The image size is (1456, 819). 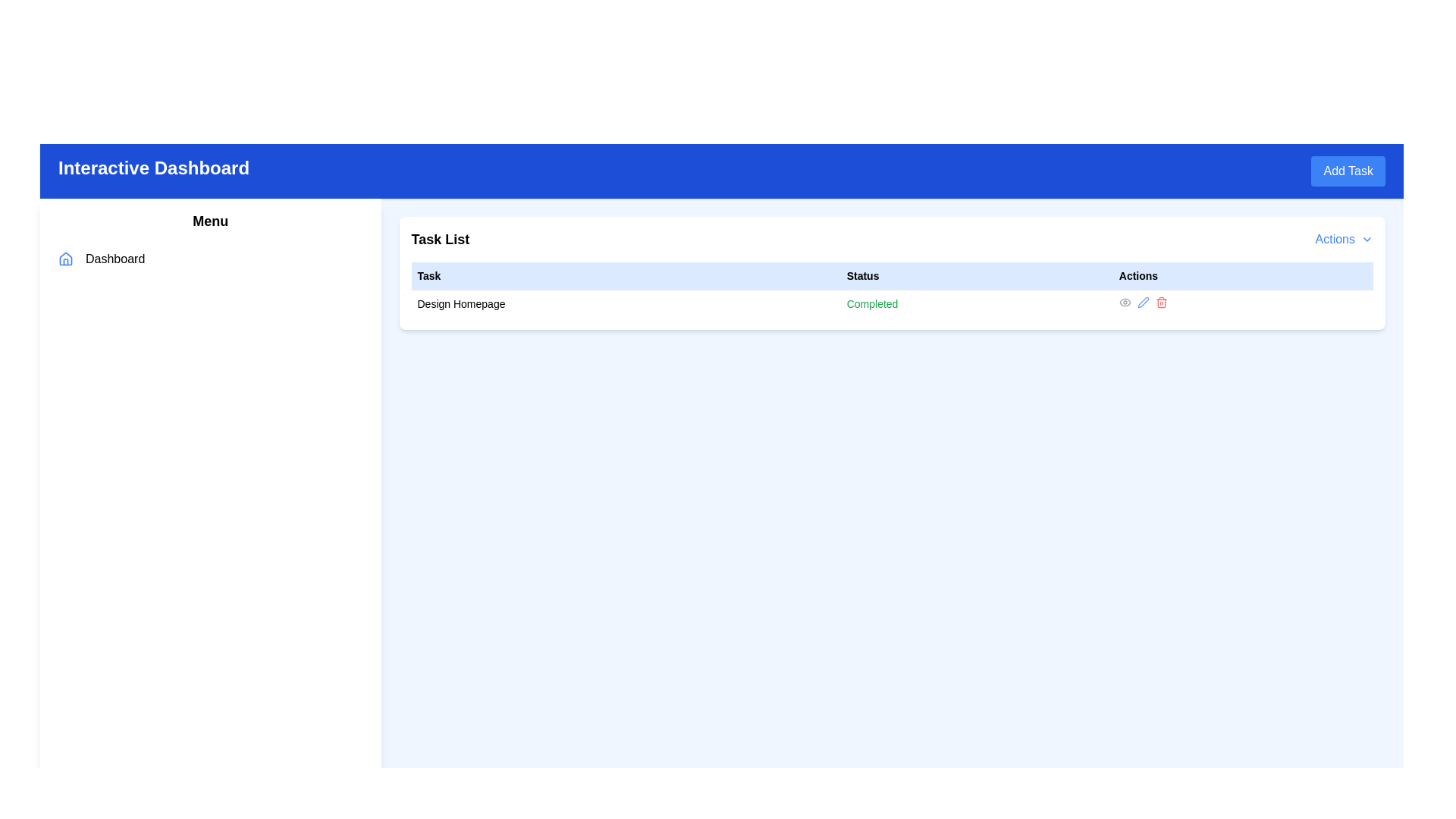 What do you see at coordinates (209, 221) in the screenshot?
I see `the 'Menu' static text element, which is styled in bold and larger font, located at the top of the white sidebar under the blue header` at bounding box center [209, 221].